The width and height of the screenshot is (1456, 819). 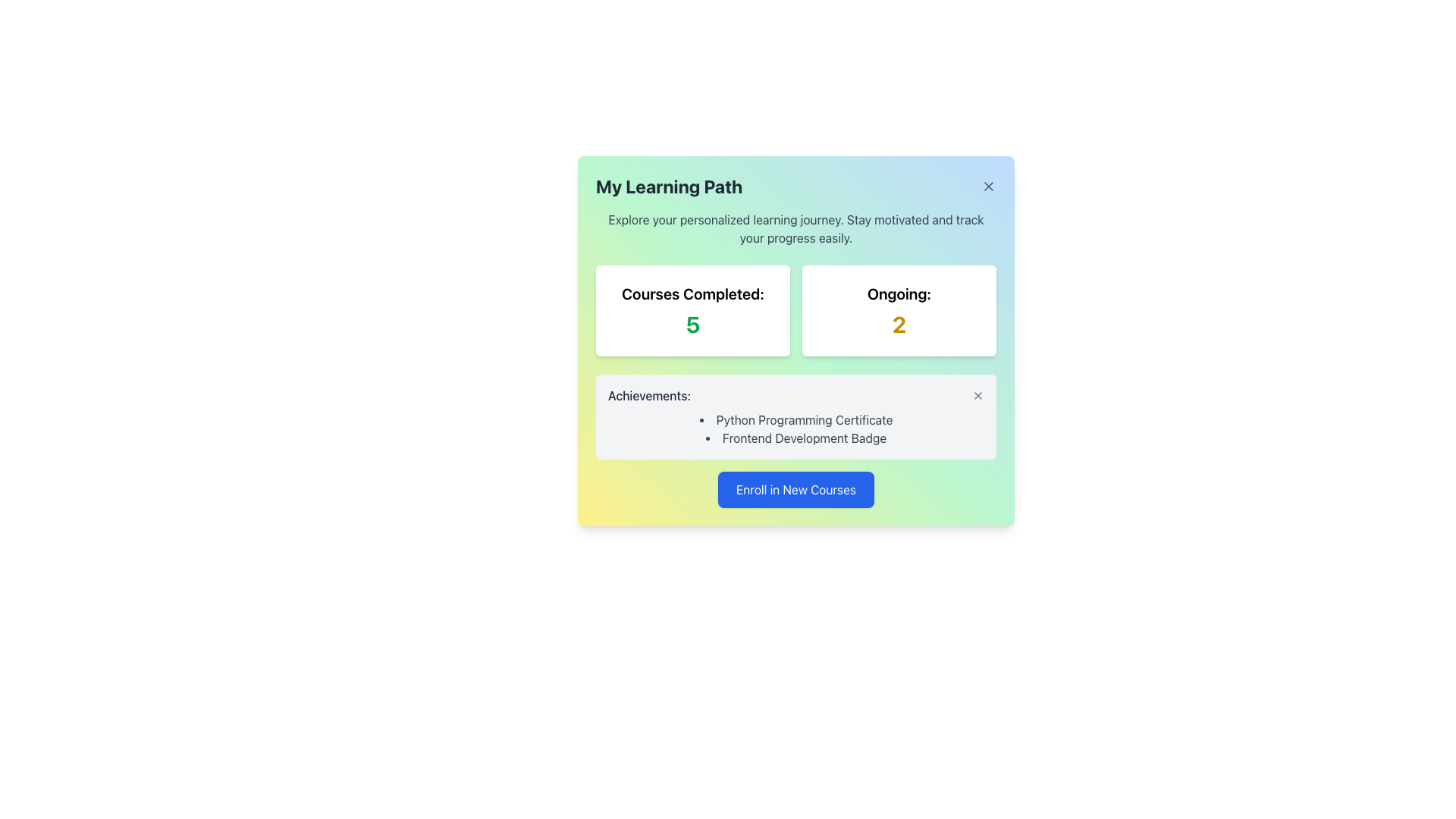 I want to click on information displayed in the Informational panel located below 'Courses Completed: 5' and 'Ongoing: 2', and above the 'Enroll in New Courses' button, so click(x=795, y=417).